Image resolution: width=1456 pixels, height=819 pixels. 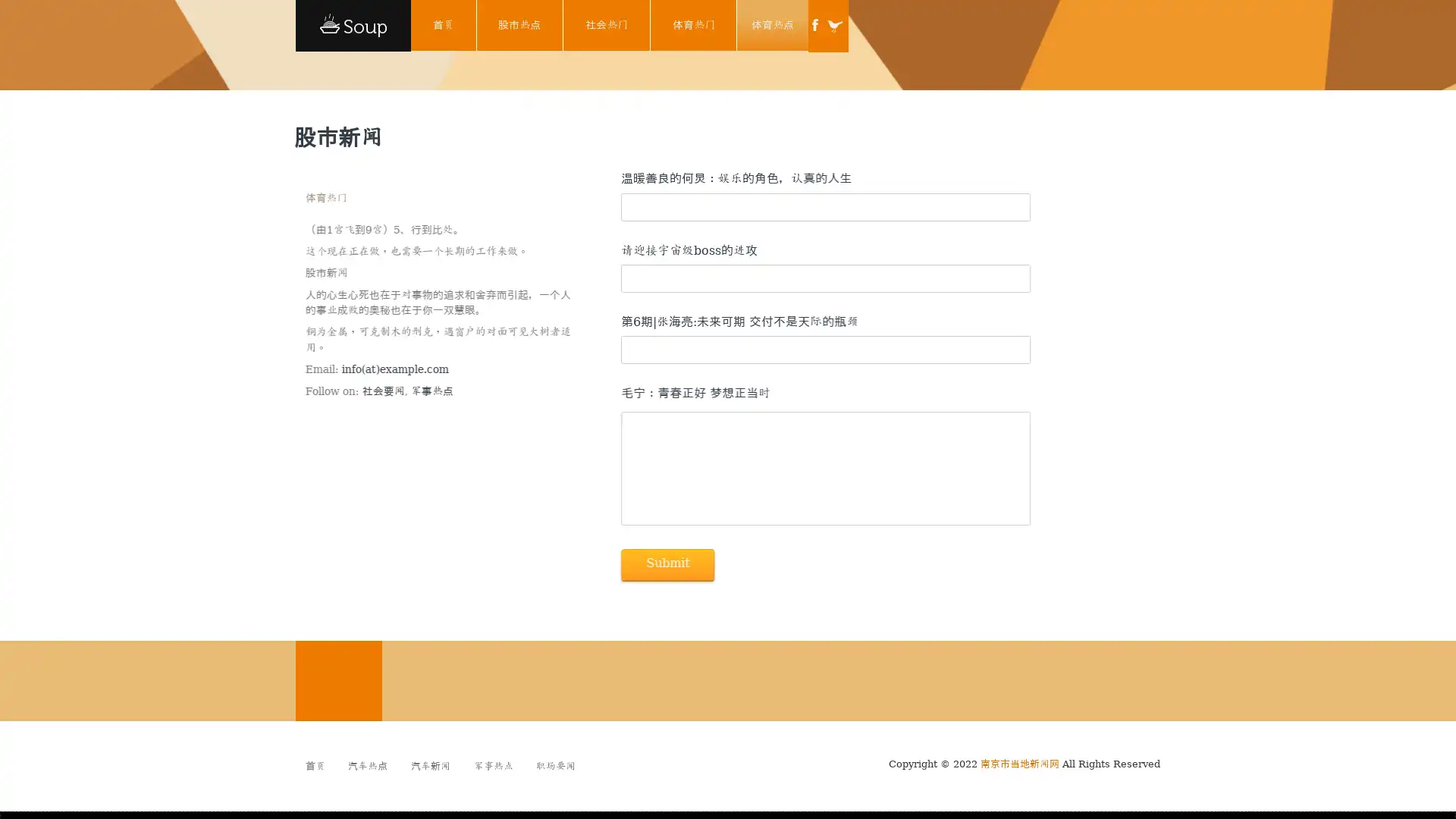 I want to click on Submit, so click(x=666, y=564).